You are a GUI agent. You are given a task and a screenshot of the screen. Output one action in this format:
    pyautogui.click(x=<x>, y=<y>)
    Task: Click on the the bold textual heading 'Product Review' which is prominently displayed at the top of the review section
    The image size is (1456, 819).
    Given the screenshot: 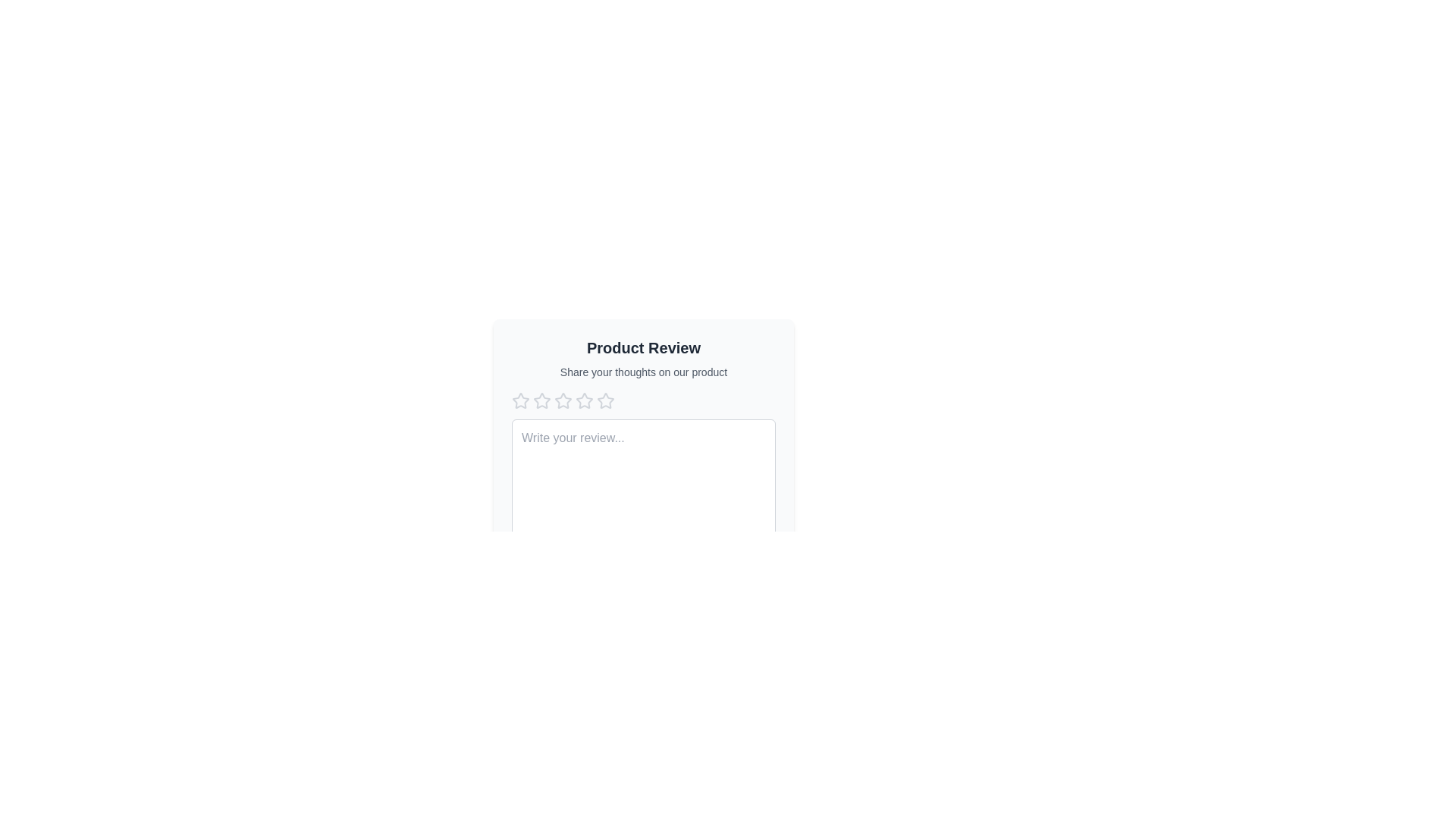 What is the action you would take?
    pyautogui.click(x=644, y=348)
    